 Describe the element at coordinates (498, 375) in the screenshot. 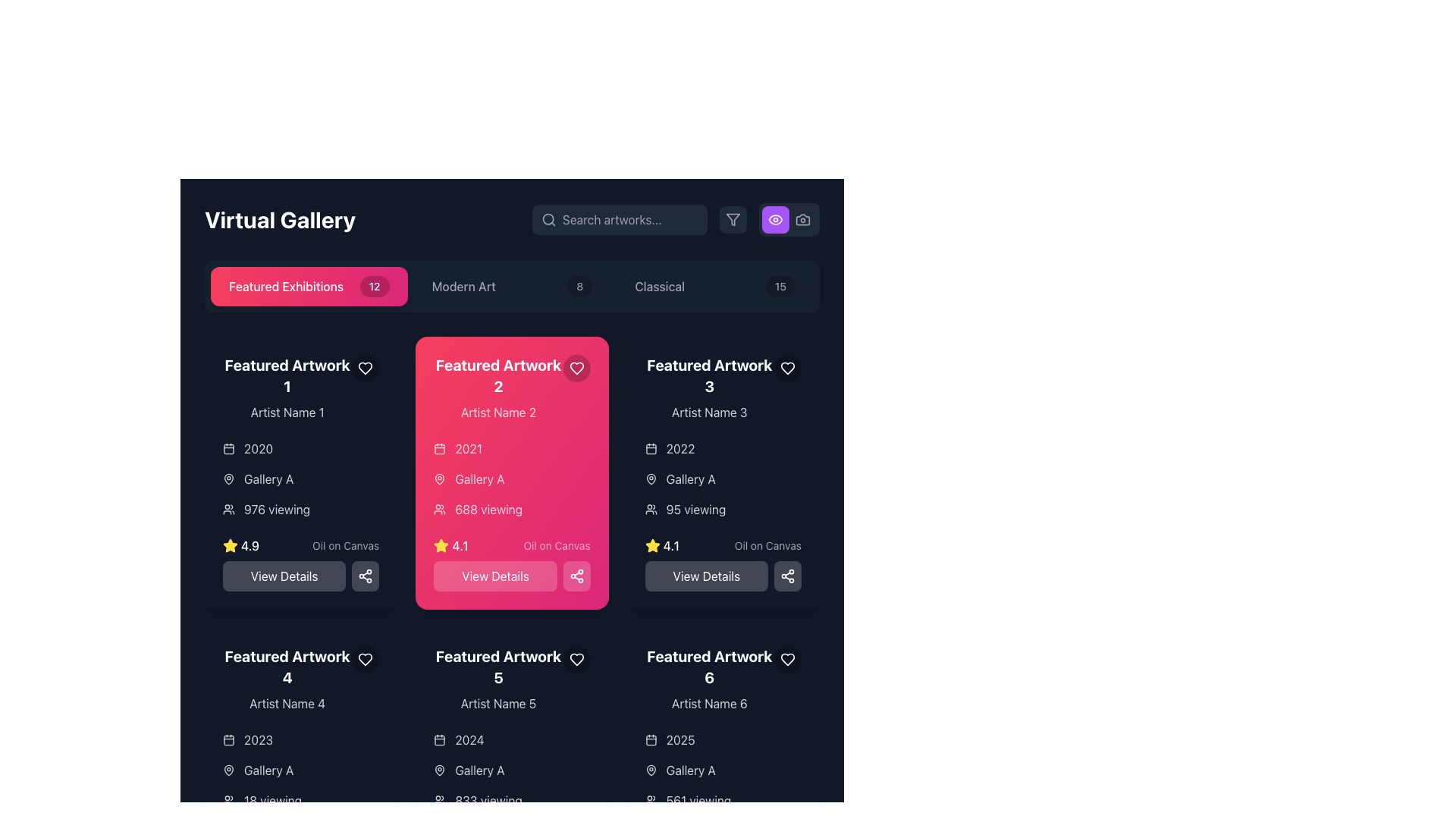

I see `text label or heading that serves as the title for the displayed artwork, which is centered inside the pink card labeled 'Featured Artwork 2' in the second column of the artwork grid` at that location.